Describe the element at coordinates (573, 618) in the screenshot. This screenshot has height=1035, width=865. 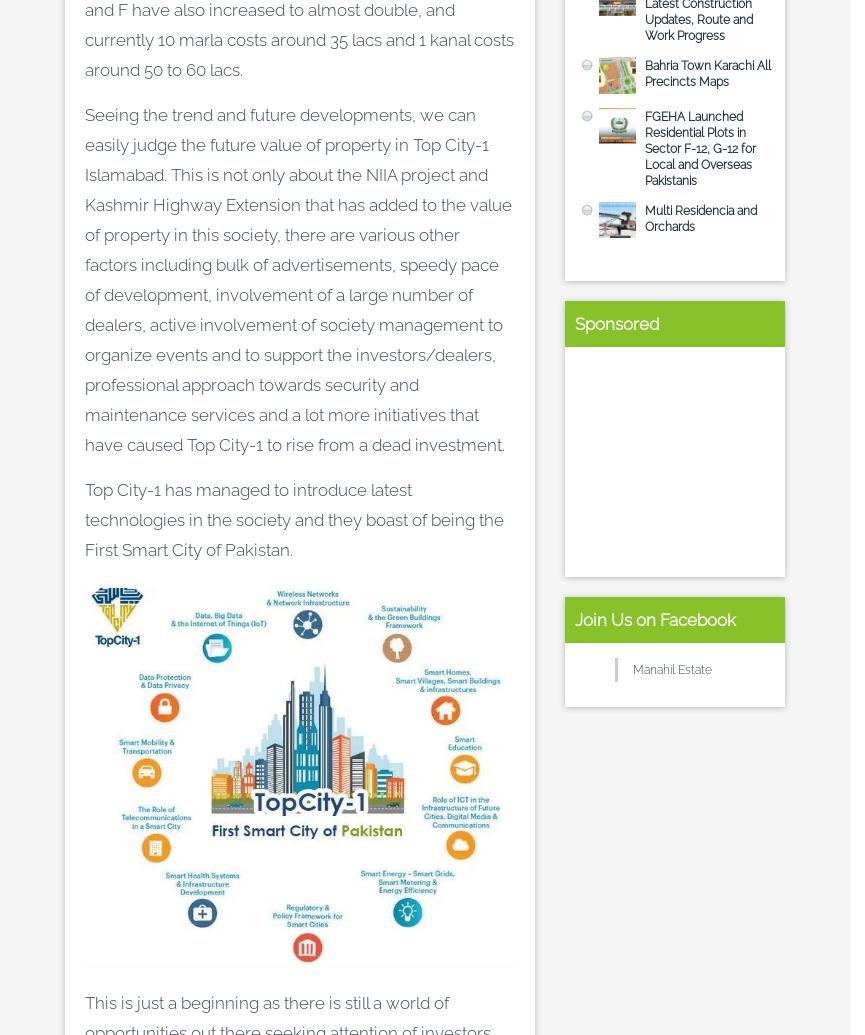
I see `'Join Us on Facebook'` at that location.